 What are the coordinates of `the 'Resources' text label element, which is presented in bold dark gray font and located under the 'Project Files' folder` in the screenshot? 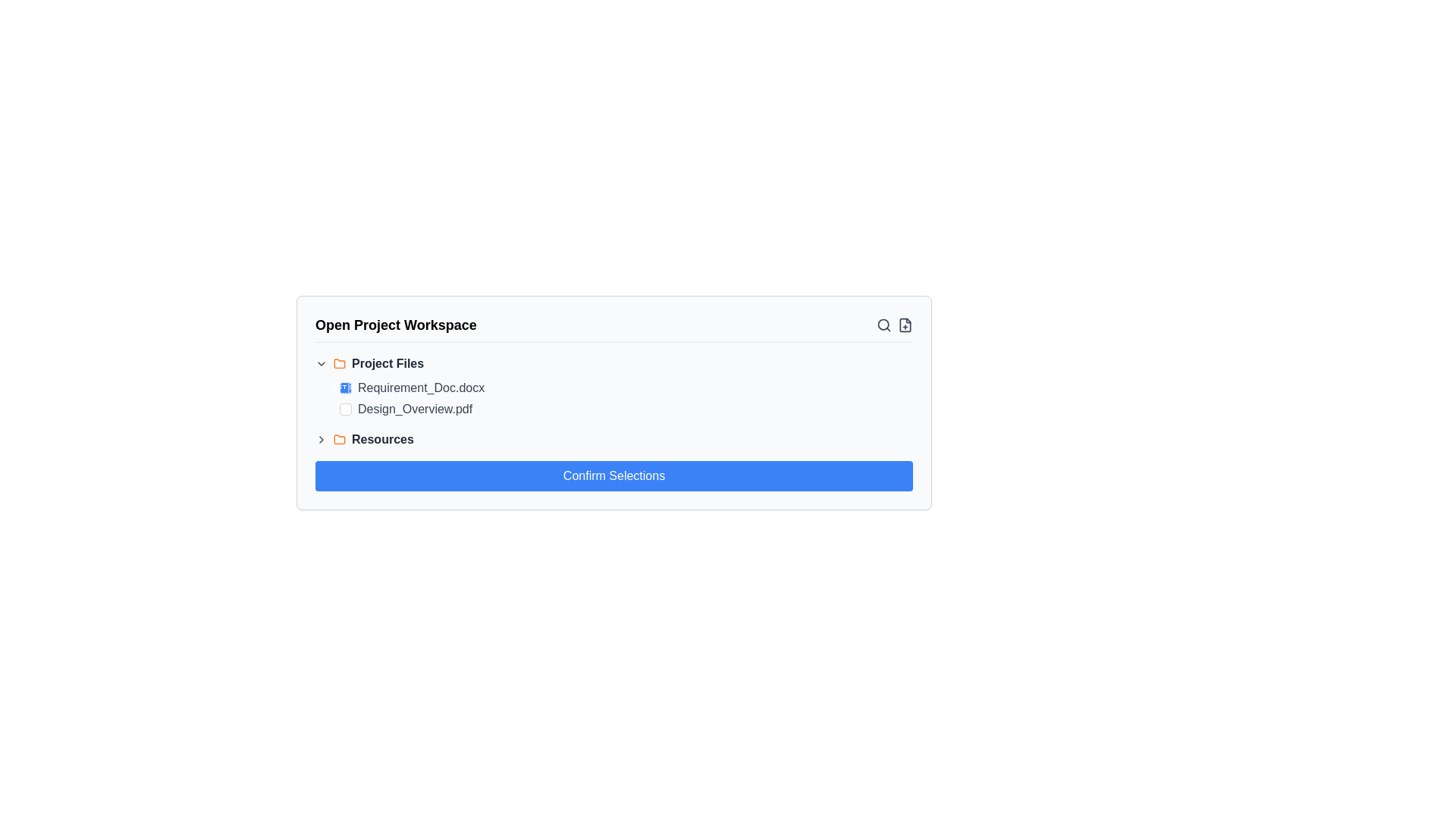 It's located at (382, 439).